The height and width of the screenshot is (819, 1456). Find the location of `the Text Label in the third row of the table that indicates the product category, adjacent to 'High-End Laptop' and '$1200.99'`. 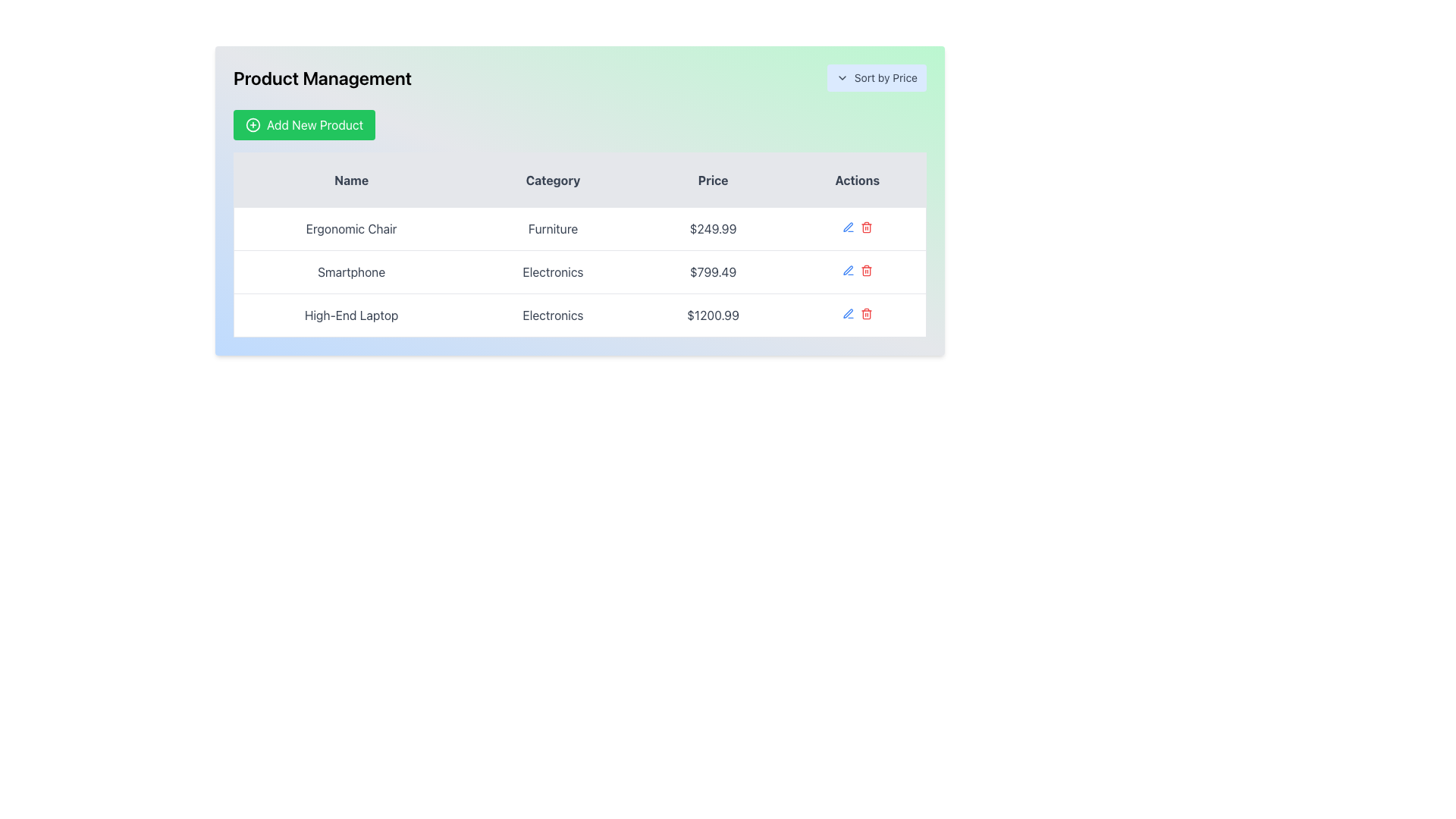

the Text Label in the third row of the table that indicates the product category, adjacent to 'High-End Laptop' and '$1200.99' is located at coordinates (552, 315).